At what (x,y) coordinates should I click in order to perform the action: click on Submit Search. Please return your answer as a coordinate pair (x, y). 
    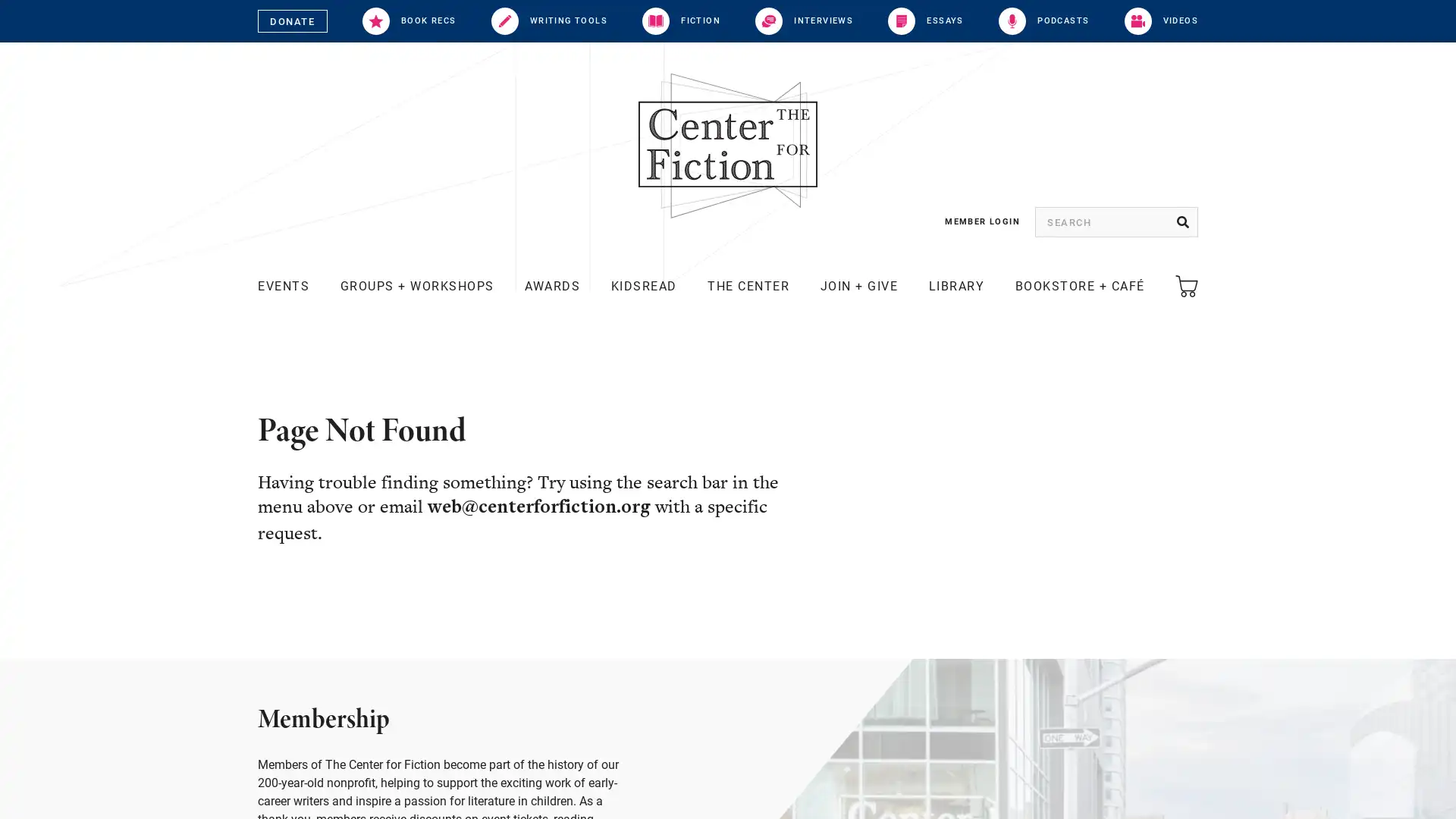
    Looking at the image, I should click on (1182, 222).